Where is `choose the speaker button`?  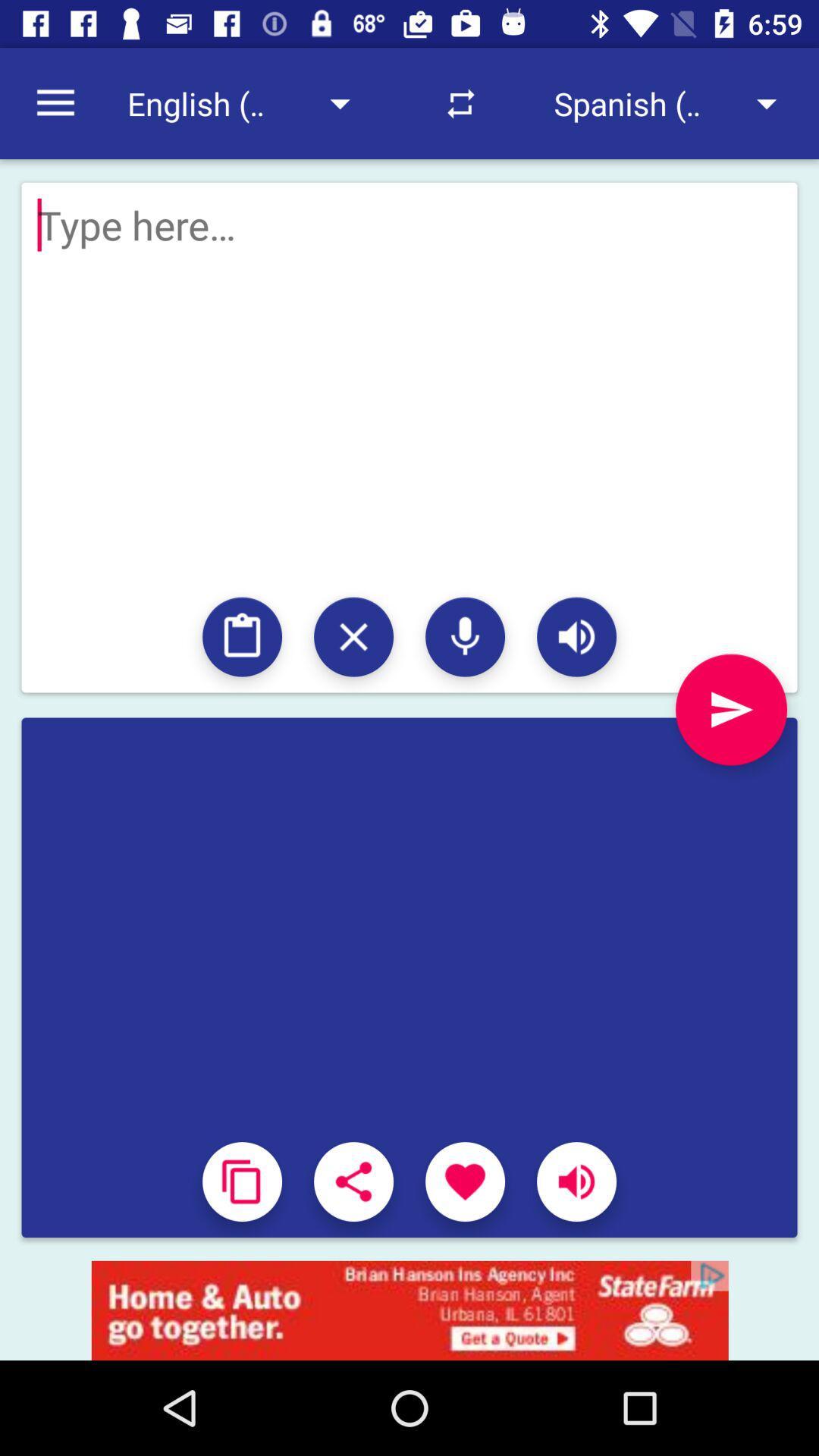 choose the speaker button is located at coordinates (576, 637).